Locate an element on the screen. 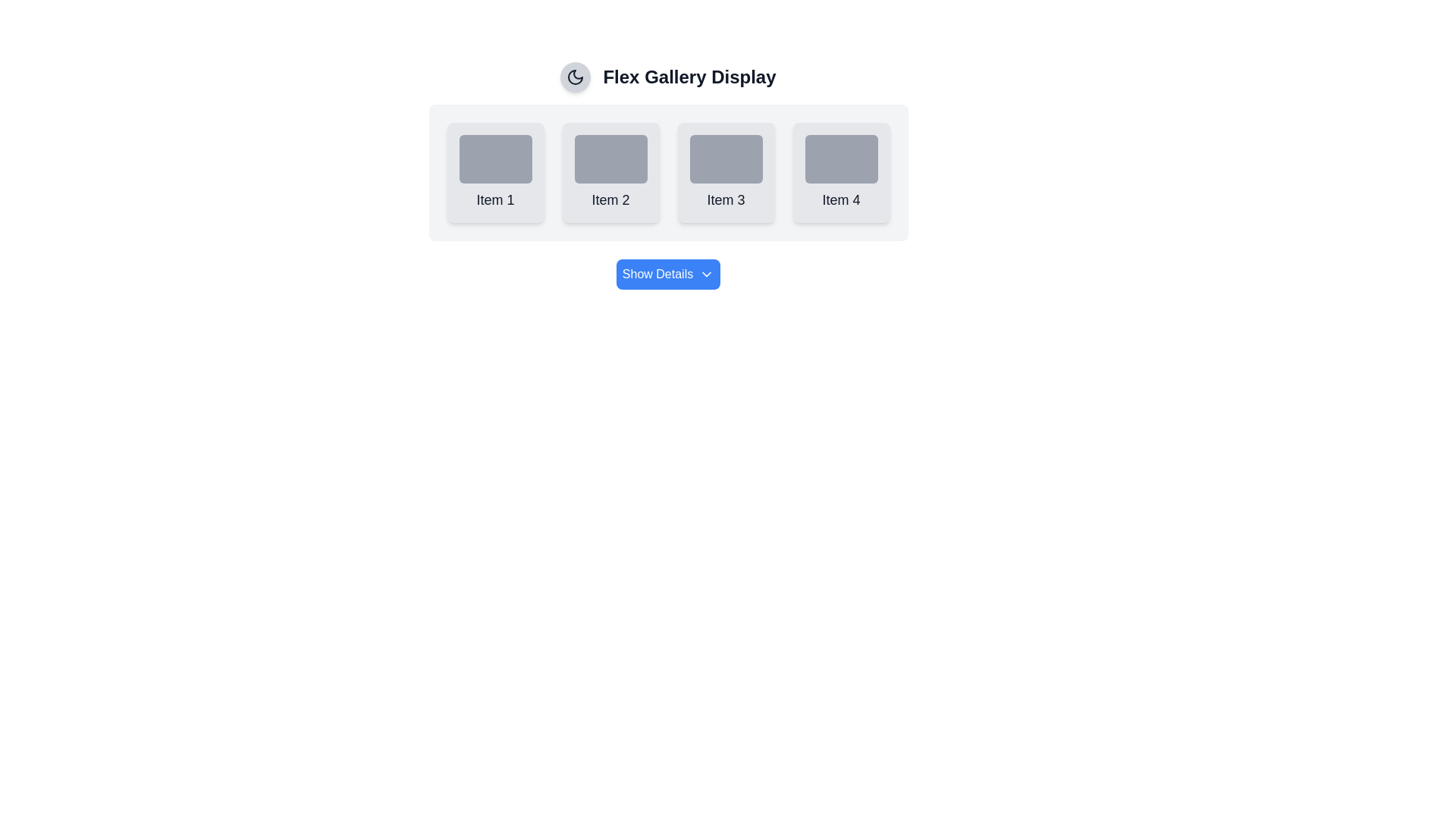 Image resolution: width=1456 pixels, height=819 pixels. the 'Item 1' card, which is the first card in the second row of the Flex Gallery Display is located at coordinates (495, 171).